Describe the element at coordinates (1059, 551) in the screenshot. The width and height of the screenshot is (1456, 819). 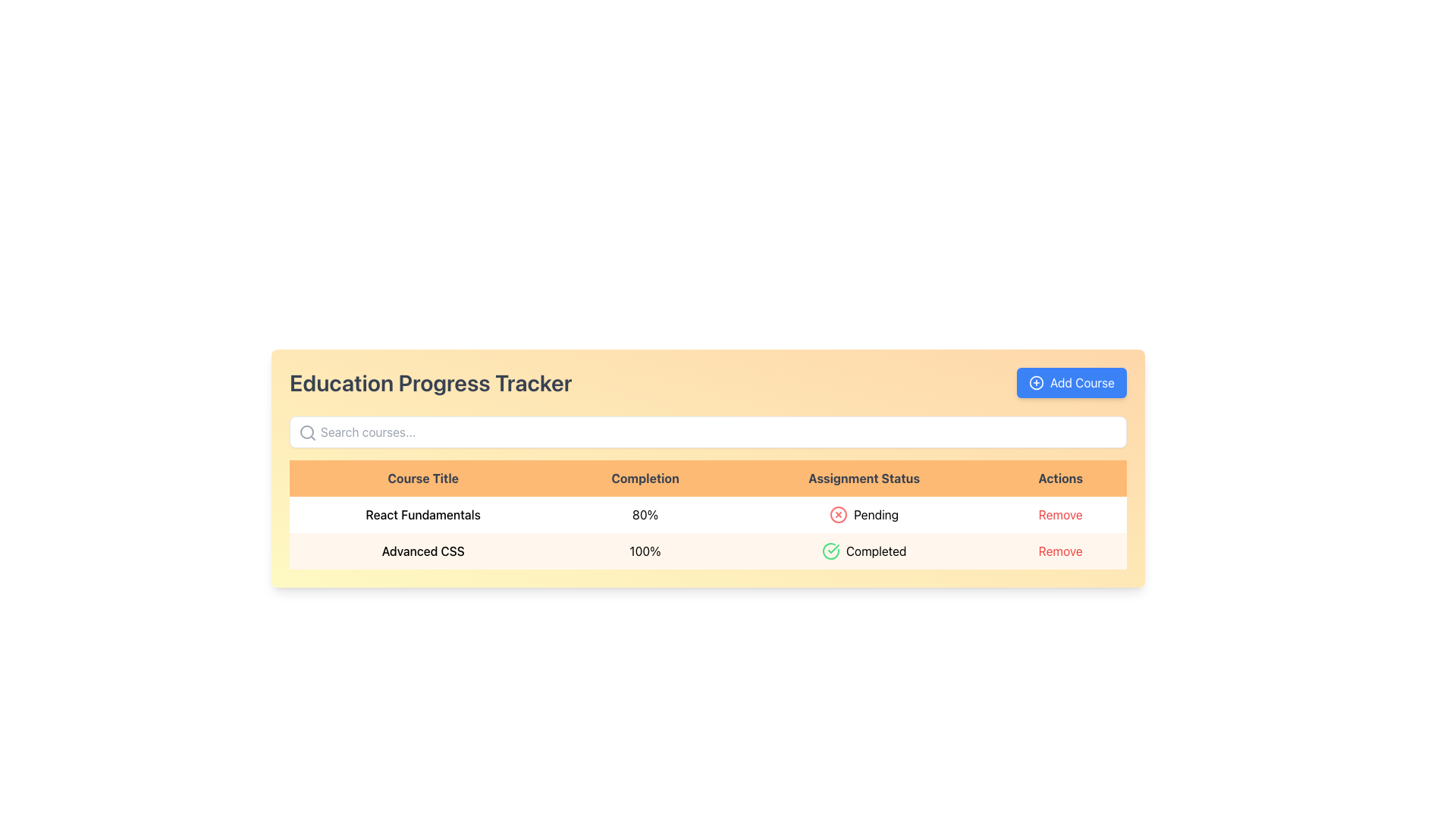
I see `the red textual link labeled 'Remove' in the 'Actions' column of the data table for the 'Advanced CSS' course` at that location.